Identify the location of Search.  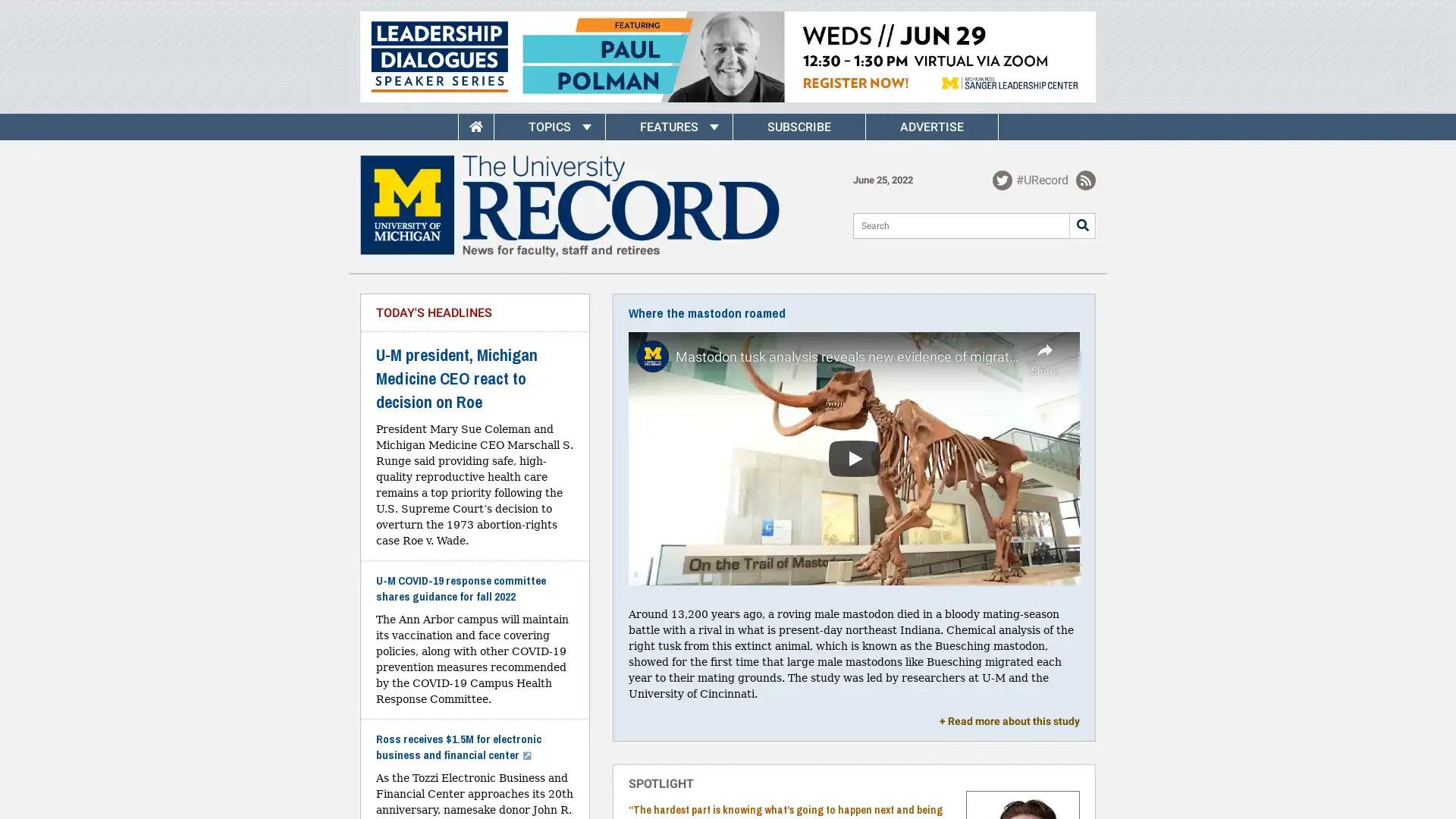
(1081, 224).